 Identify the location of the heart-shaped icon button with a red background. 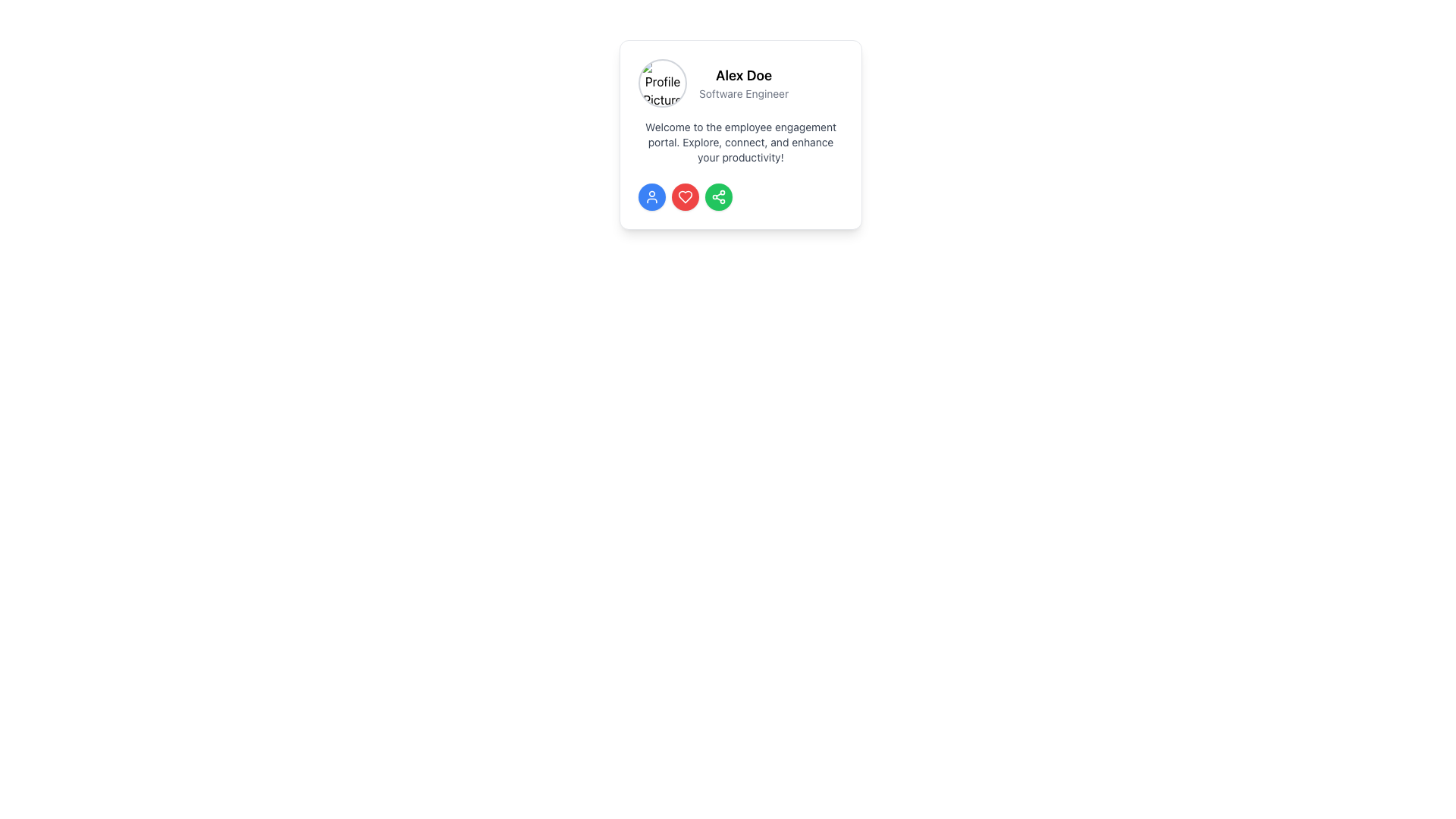
(684, 196).